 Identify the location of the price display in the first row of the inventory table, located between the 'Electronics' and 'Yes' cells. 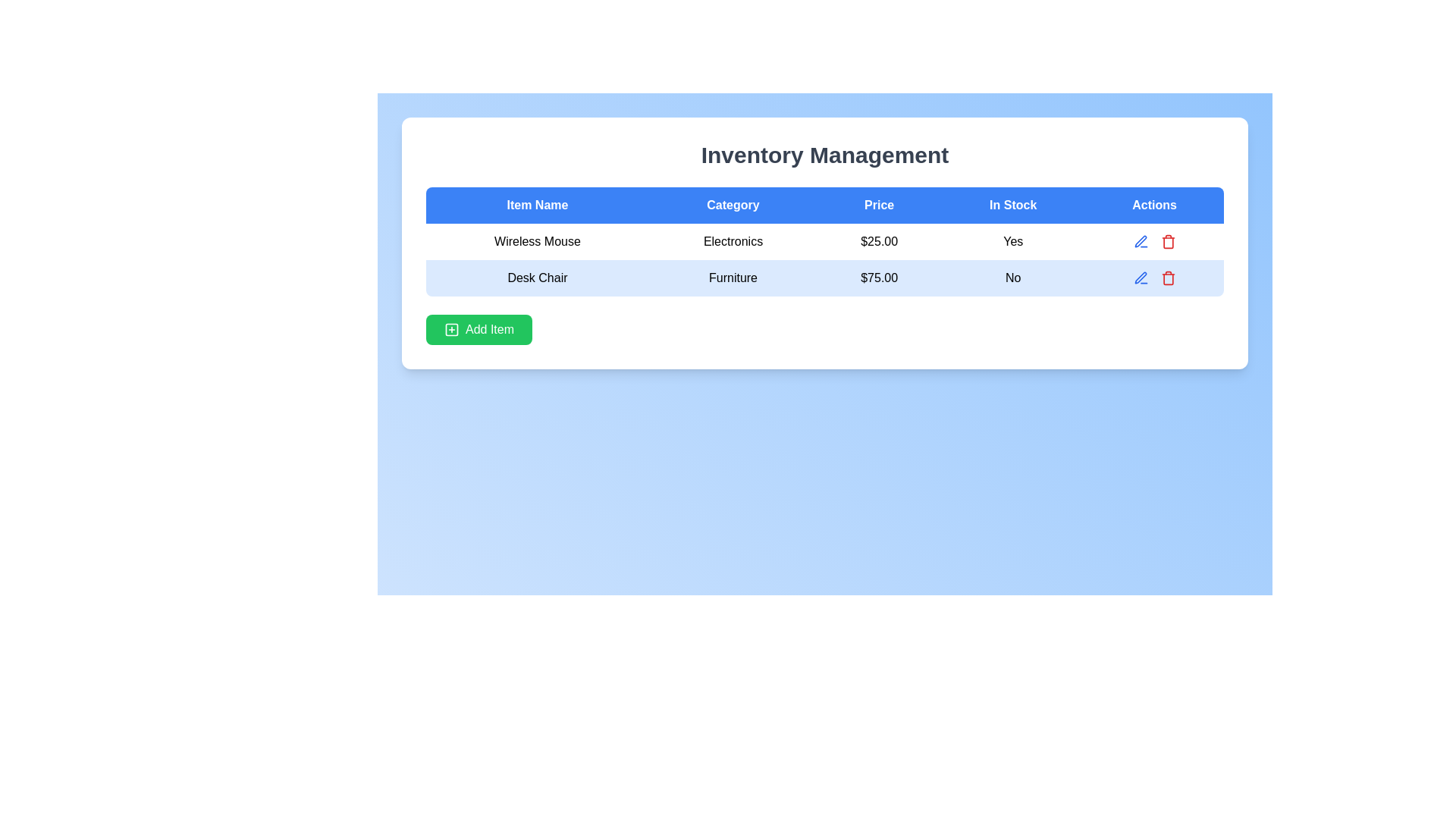
(879, 241).